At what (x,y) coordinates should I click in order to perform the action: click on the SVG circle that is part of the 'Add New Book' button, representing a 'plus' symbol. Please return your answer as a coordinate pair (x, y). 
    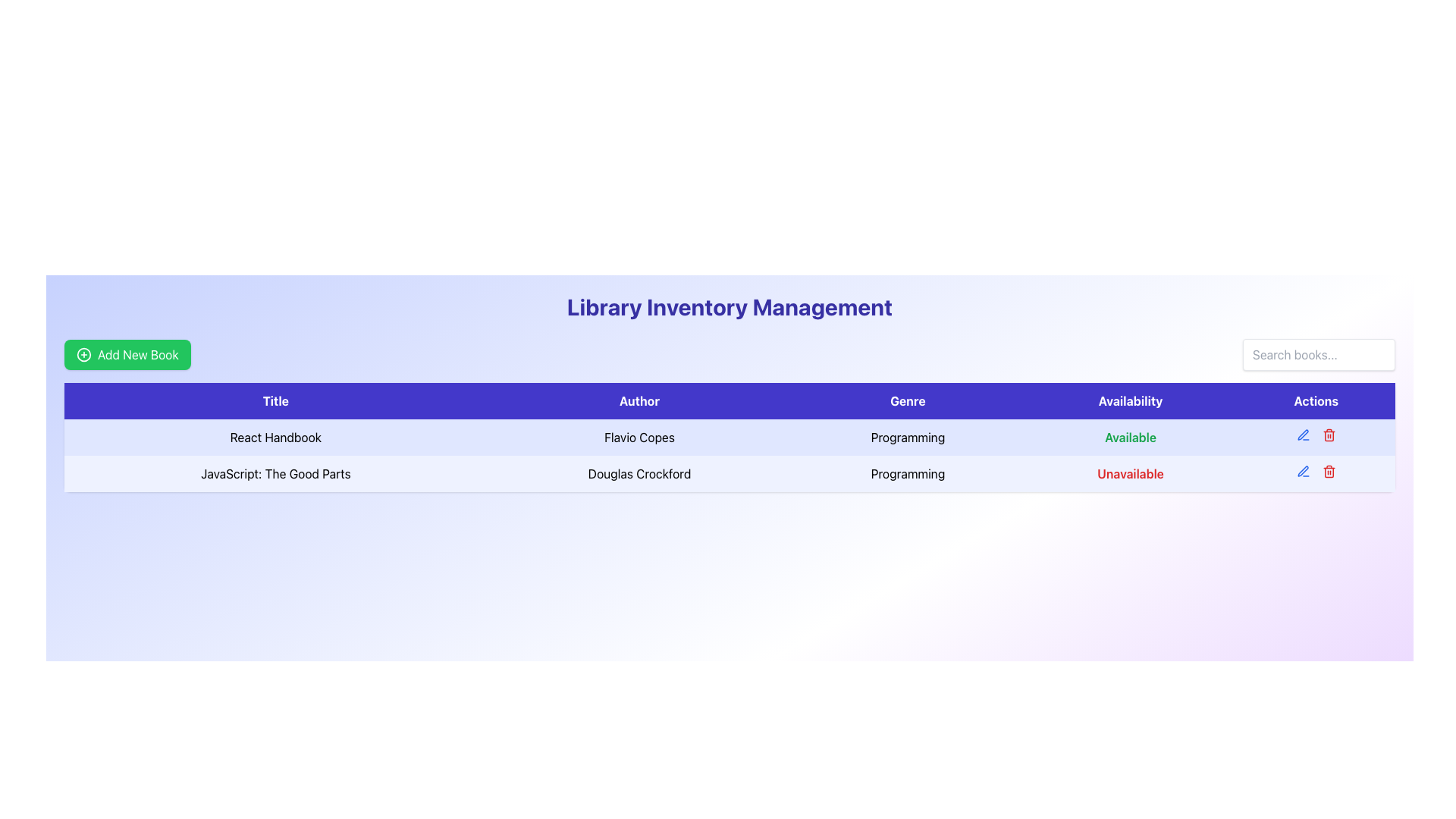
    Looking at the image, I should click on (83, 354).